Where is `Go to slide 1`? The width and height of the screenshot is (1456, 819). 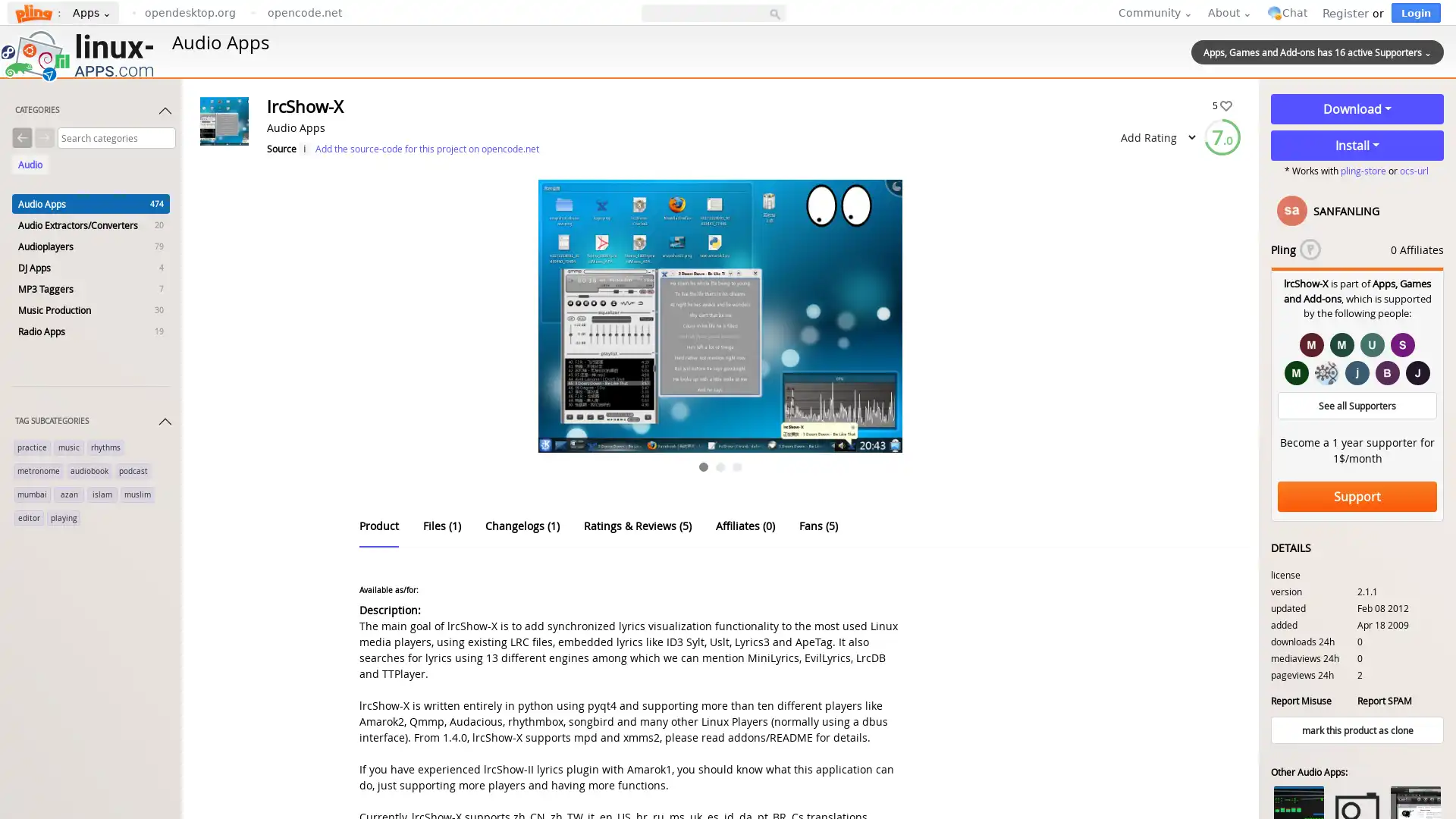
Go to slide 1 is located at coordinates (702, 466).